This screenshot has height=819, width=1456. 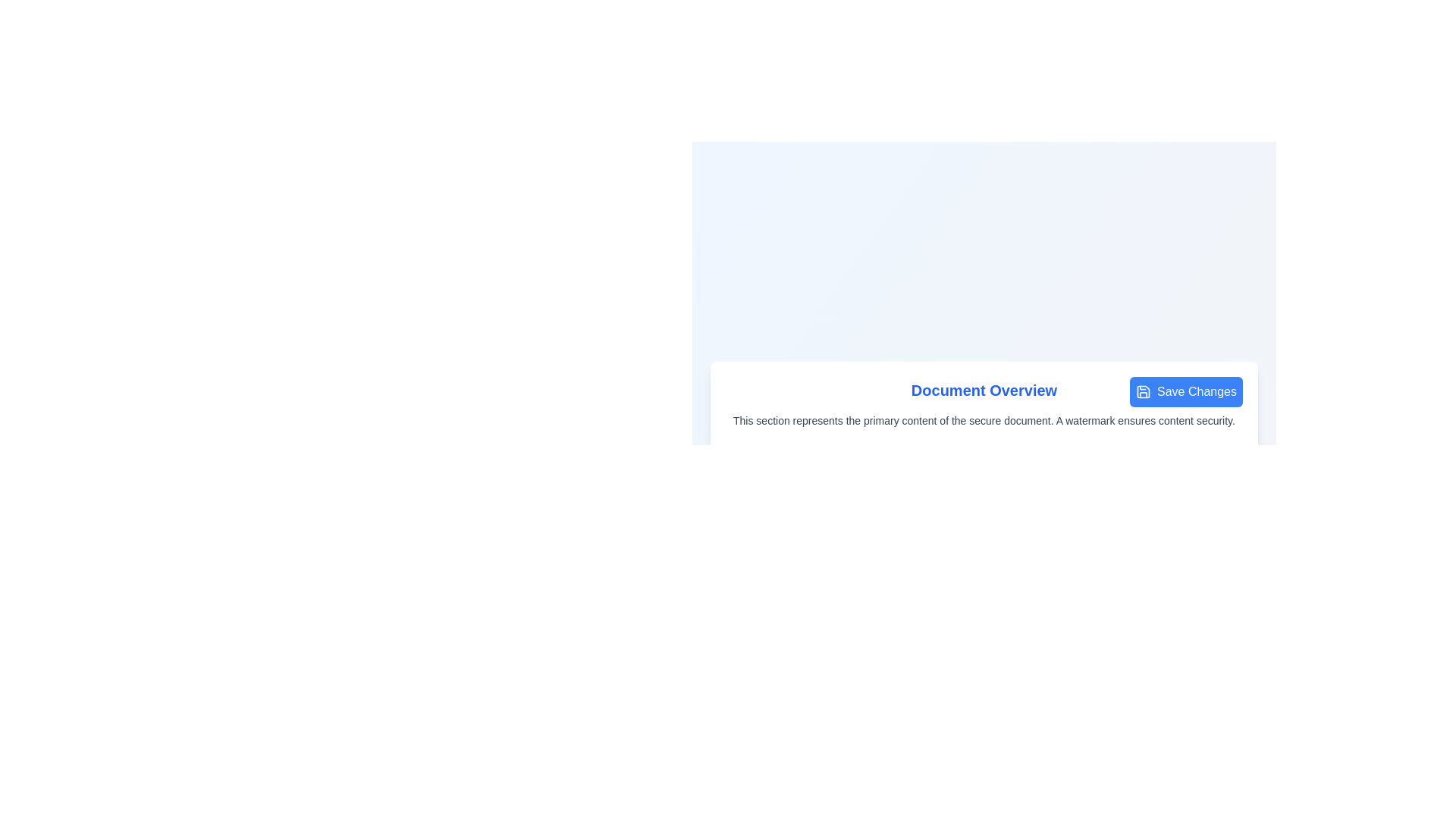 I want to click on save icon element, which is a graphical representation of a floppy disk located within the 'Save Changes' button, styled with a blue background and white text, so click(x=1143, y=391).